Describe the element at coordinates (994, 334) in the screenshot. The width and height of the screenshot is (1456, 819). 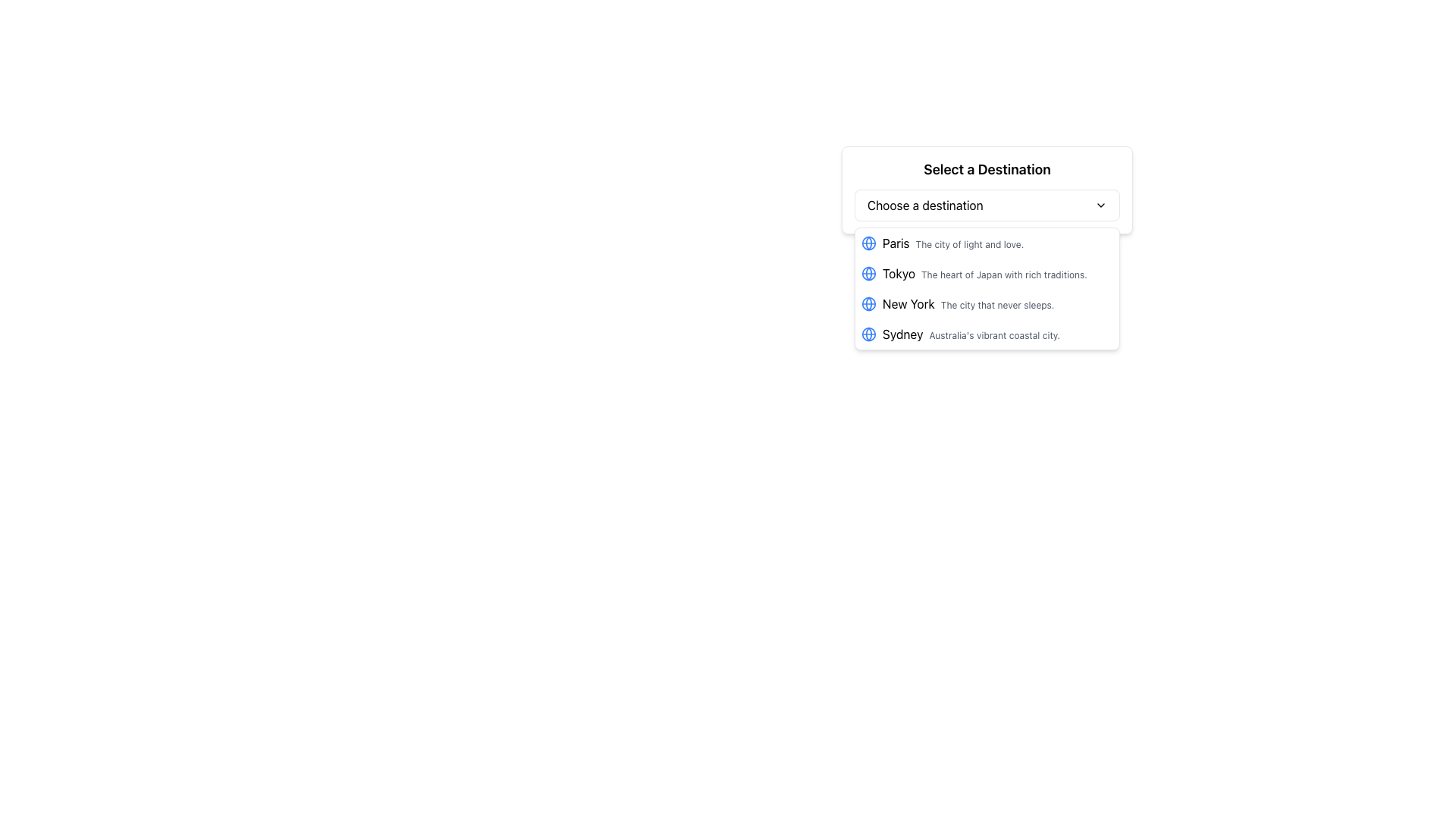
I see `the text label that describes 'Australia's vibrant coastal city' located below the title 'Sydney' in the dropdown menu` at that location.